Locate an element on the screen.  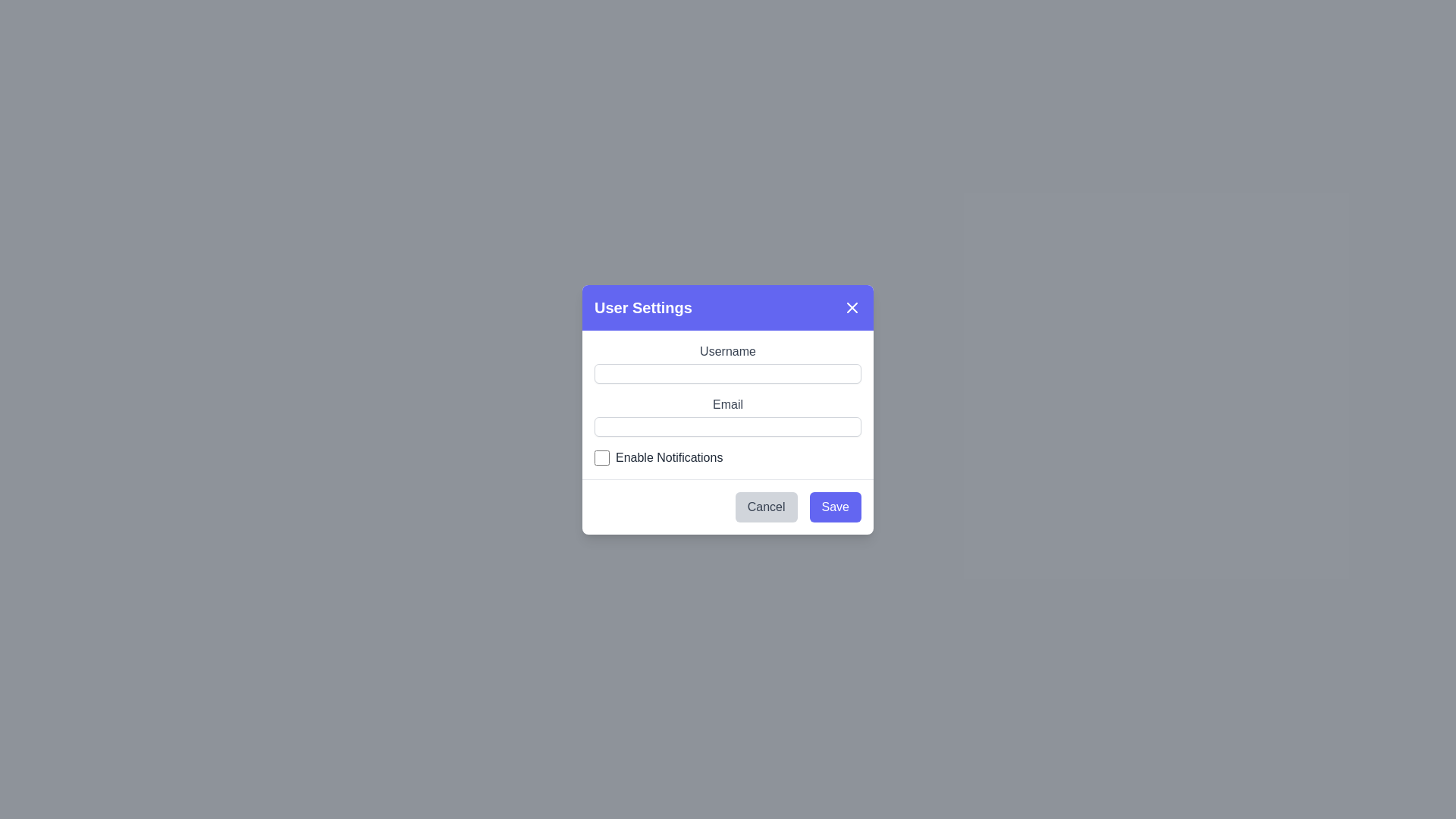
text label displaying 'Username' which is styled in gray and positioned above the input field in the 'User Settings' modal is located at coordinates (728, 350).